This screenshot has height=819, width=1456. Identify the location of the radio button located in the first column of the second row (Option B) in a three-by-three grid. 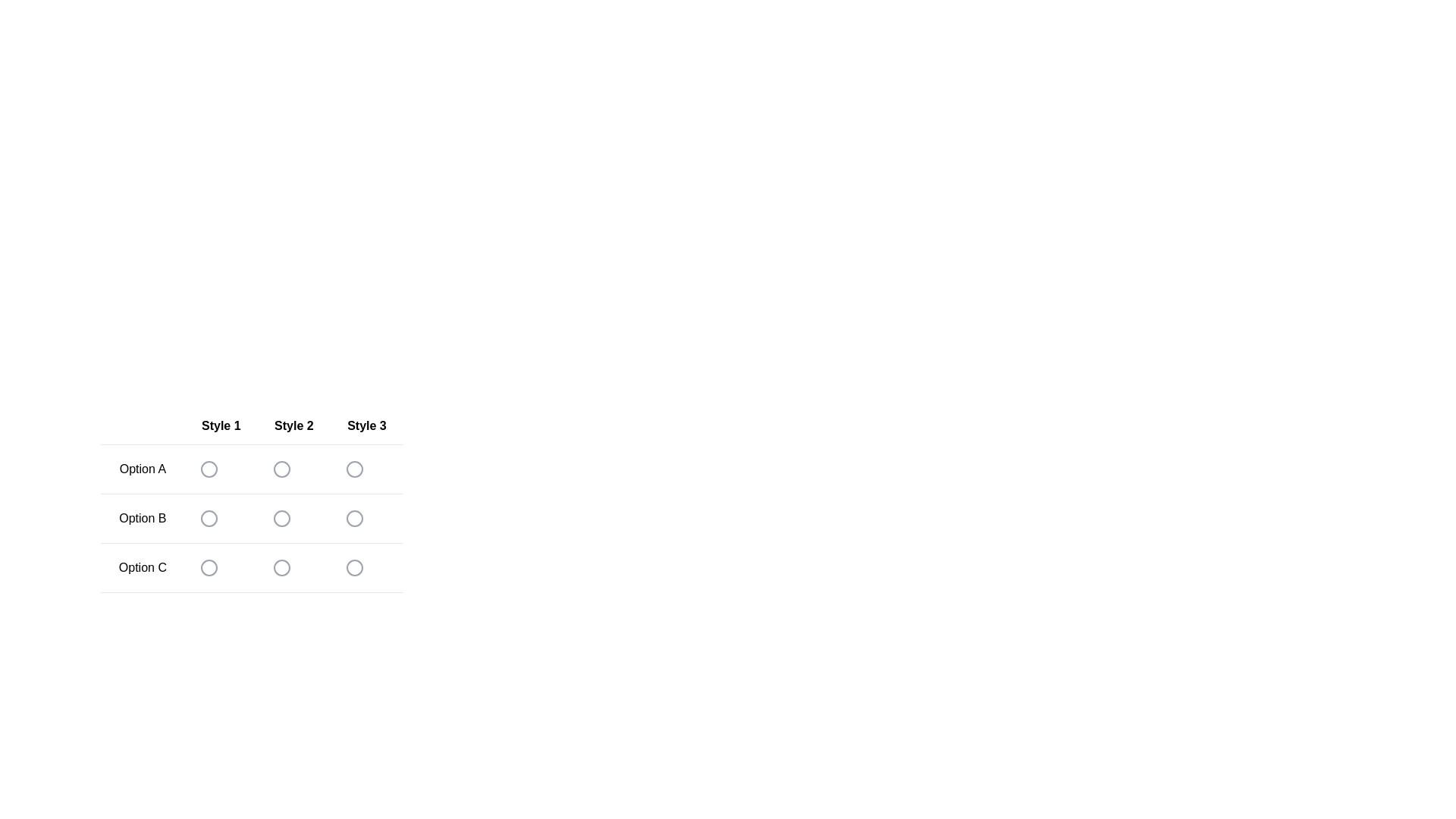
(208, 517).